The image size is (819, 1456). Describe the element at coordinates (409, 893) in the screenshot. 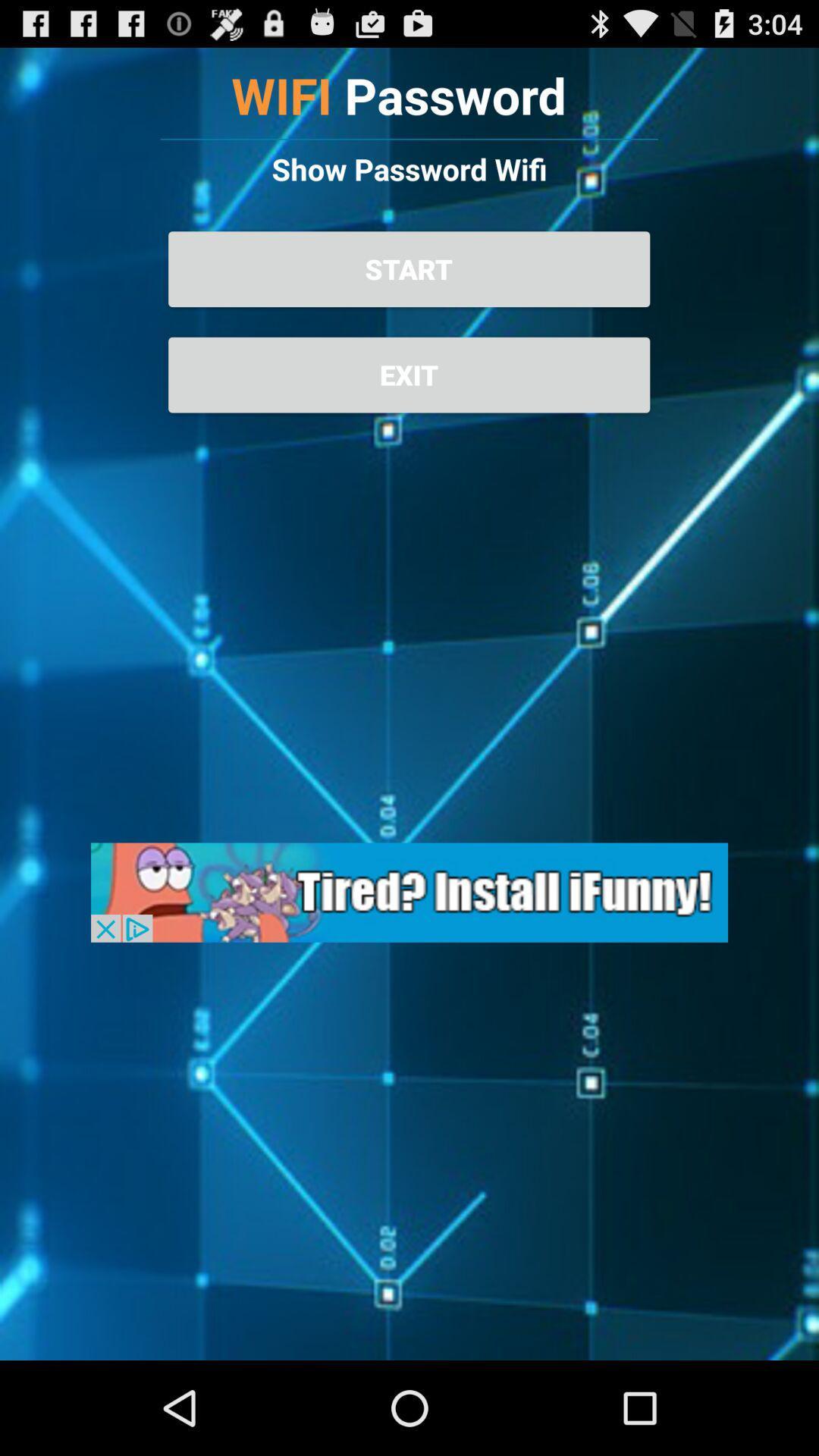

I see `advertisement banner` at that location.